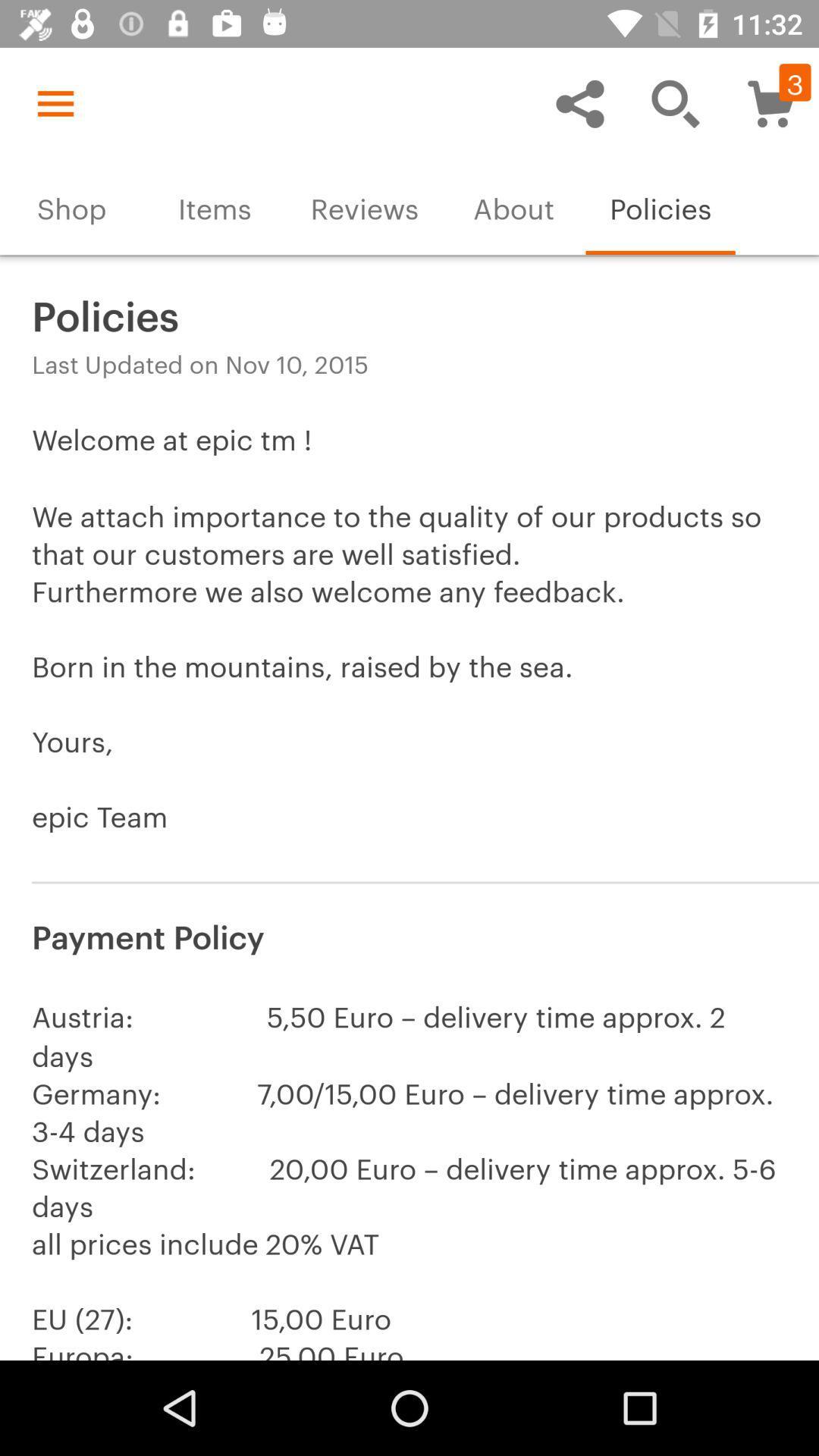  What do you see at coordinates (55, 102) in the screenshot?
I see `the item above shop item` at bounding box center [55, 102].